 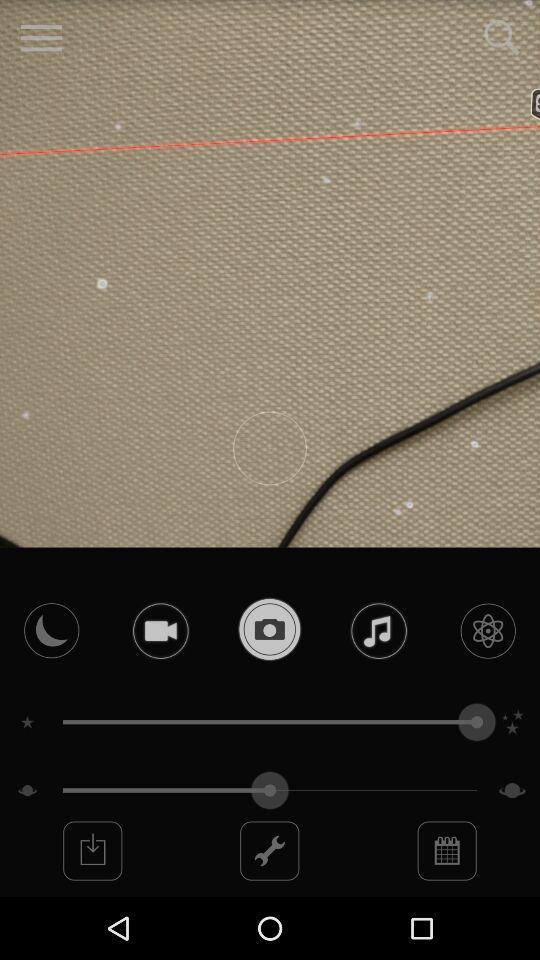 I want to click on the videocam icon, so click(x=159, y=675).